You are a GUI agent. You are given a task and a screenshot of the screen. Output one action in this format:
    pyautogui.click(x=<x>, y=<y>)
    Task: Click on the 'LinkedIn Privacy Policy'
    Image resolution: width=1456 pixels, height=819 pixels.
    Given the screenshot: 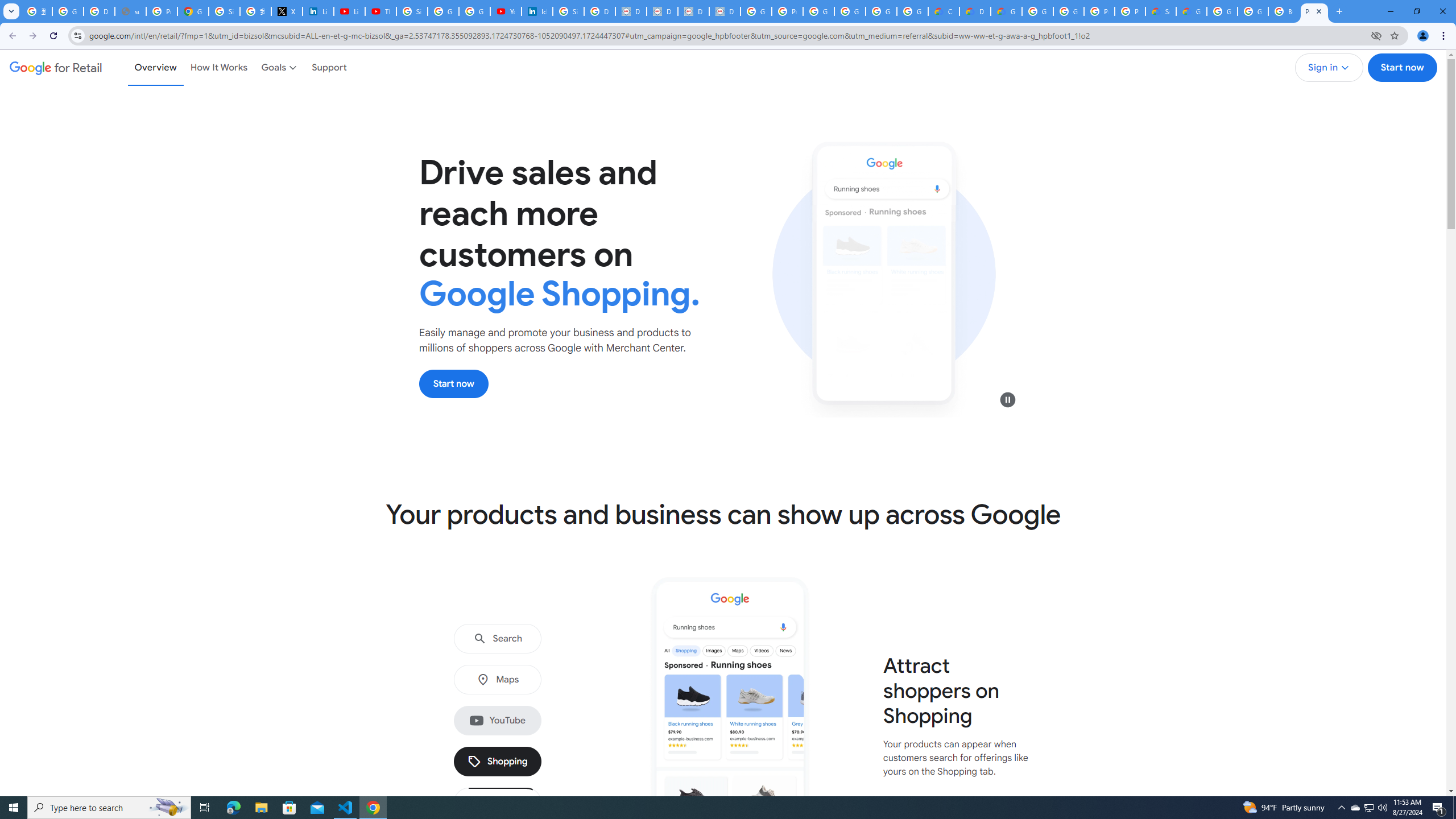 What is the action you would take?
    pyautogui.click(x=317, y=11)
    